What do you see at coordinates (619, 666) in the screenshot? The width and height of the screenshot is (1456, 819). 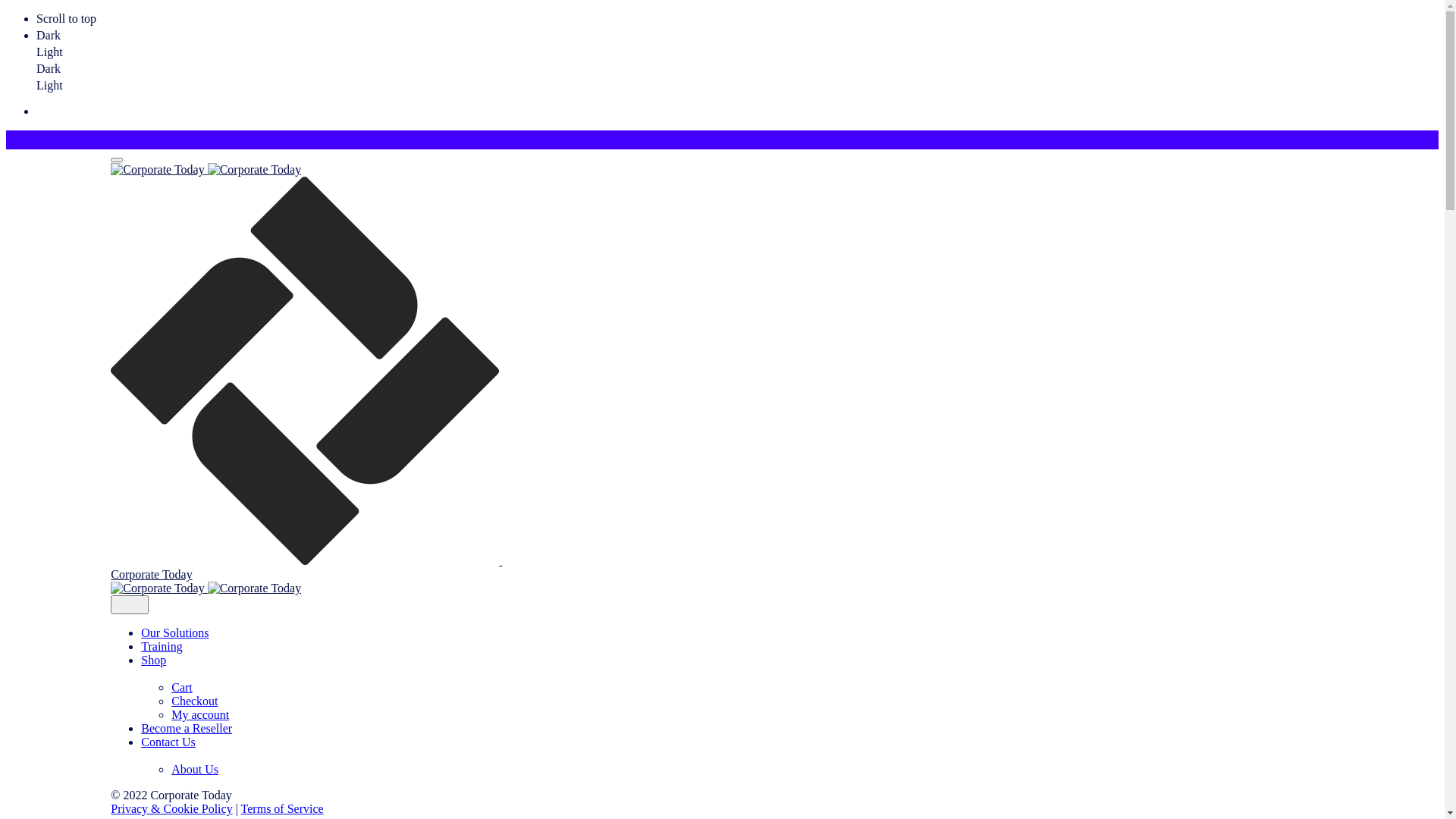 I see `'Shop'` at bounding box center [619, 666].